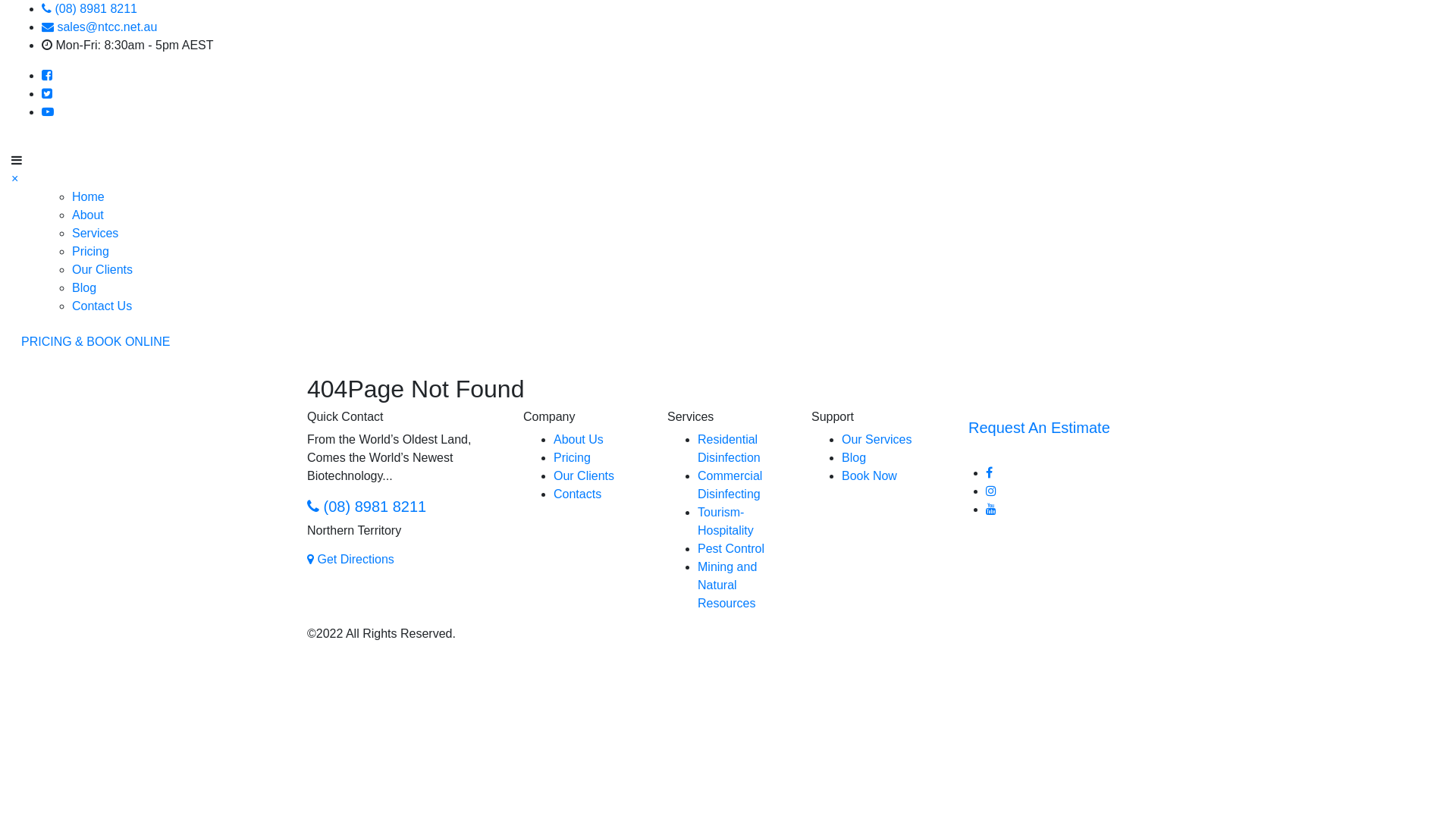 Image resolution: width=1456 pixels, height=819 pixels. Describe the element at coordinates (724, 520) in the screenshot. I see `'Tourism-Hospitality'` at that location.